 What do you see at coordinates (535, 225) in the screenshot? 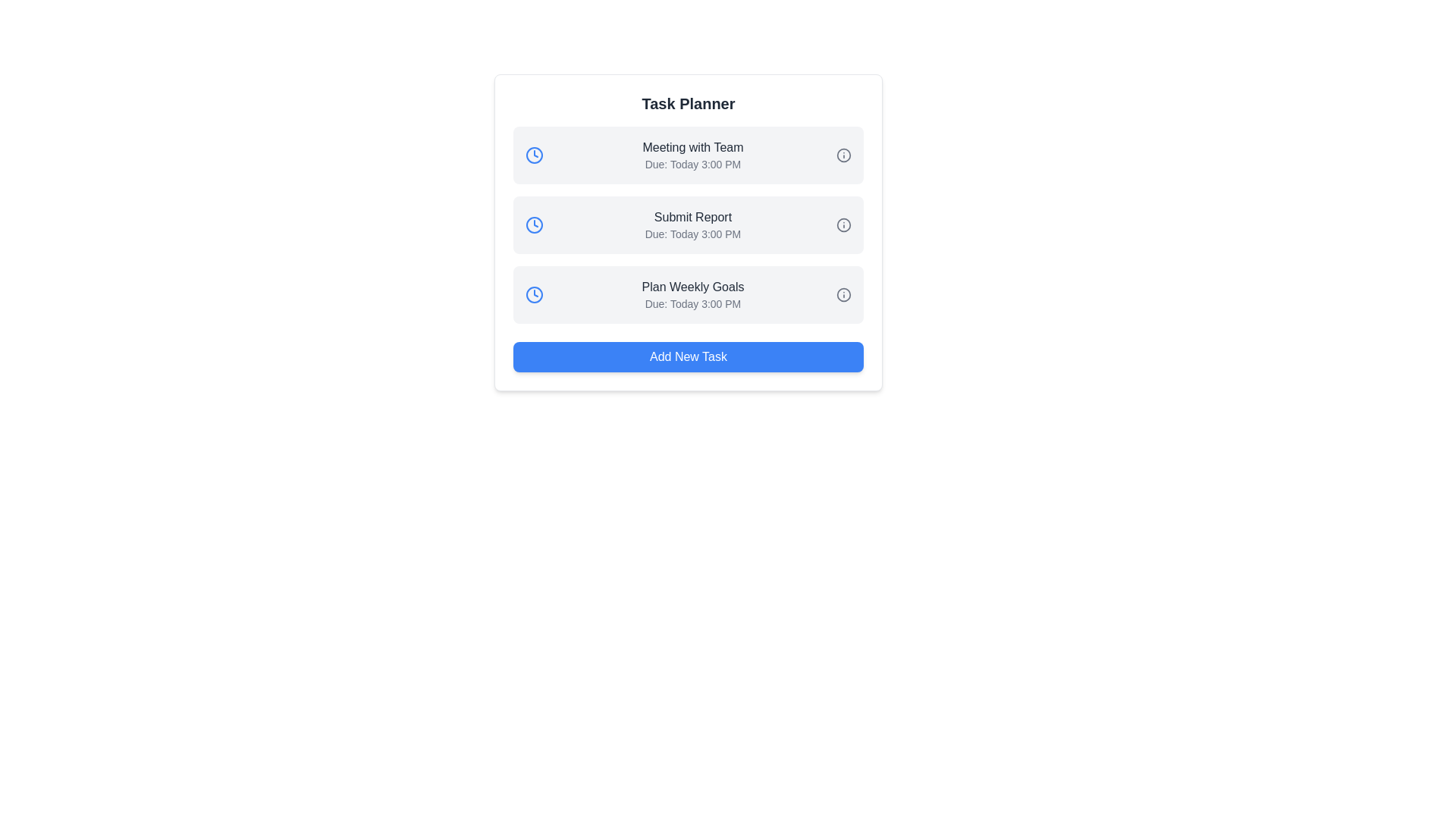
I see `the time-related task icon that indicates the due time of 'Today 3:00 PM' for the 'Submit Report' task, located to the left of the 'Submit Report' text` at bounding box center [535, 225].